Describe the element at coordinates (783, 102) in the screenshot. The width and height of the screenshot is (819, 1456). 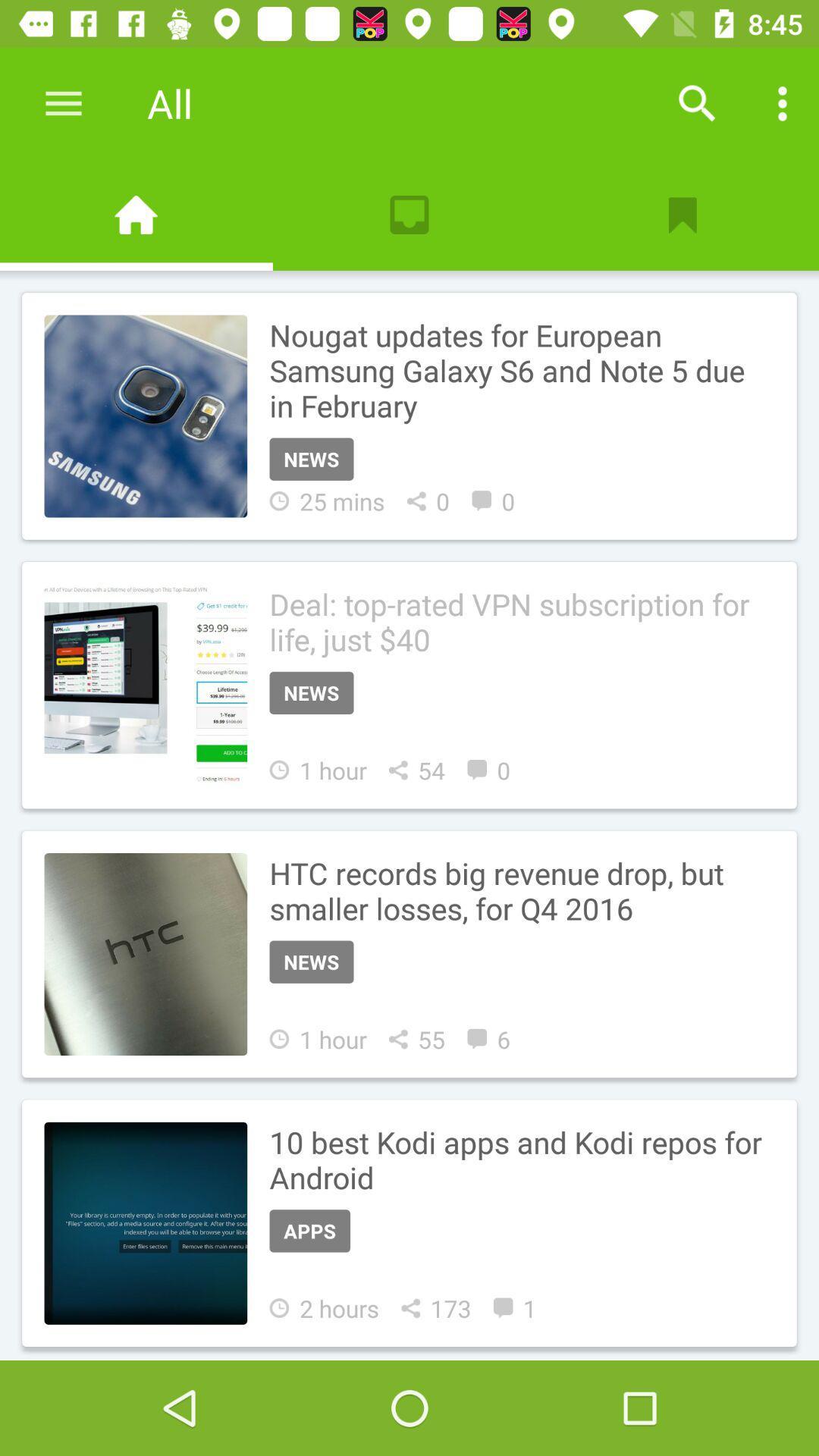
I see `the more icon` at that location.